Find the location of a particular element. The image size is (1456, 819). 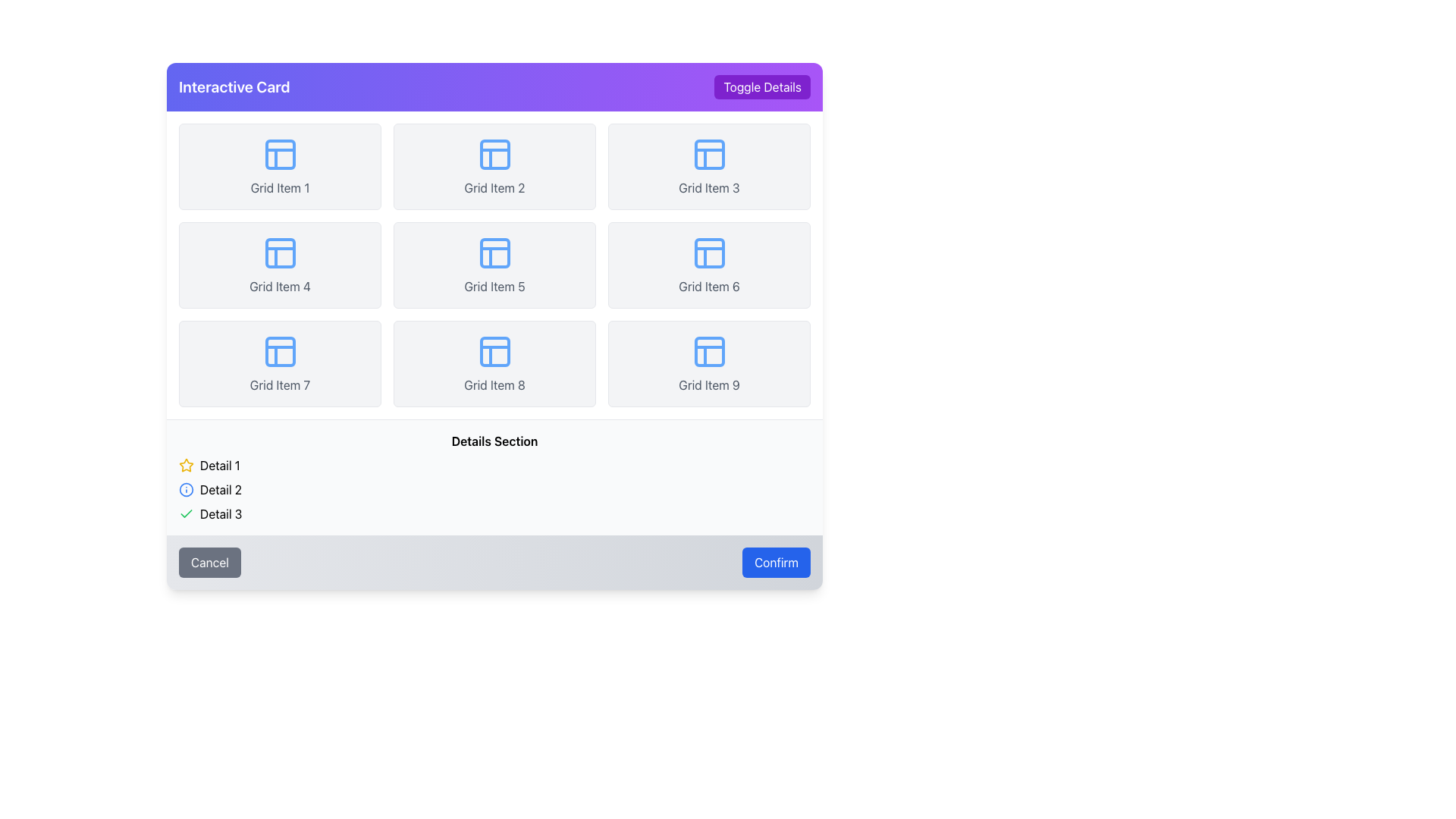

the label text inside the card labeled 'Grid Item 9' located in the bottom-right corner of the grid layout is located at coordinates (708, 384).